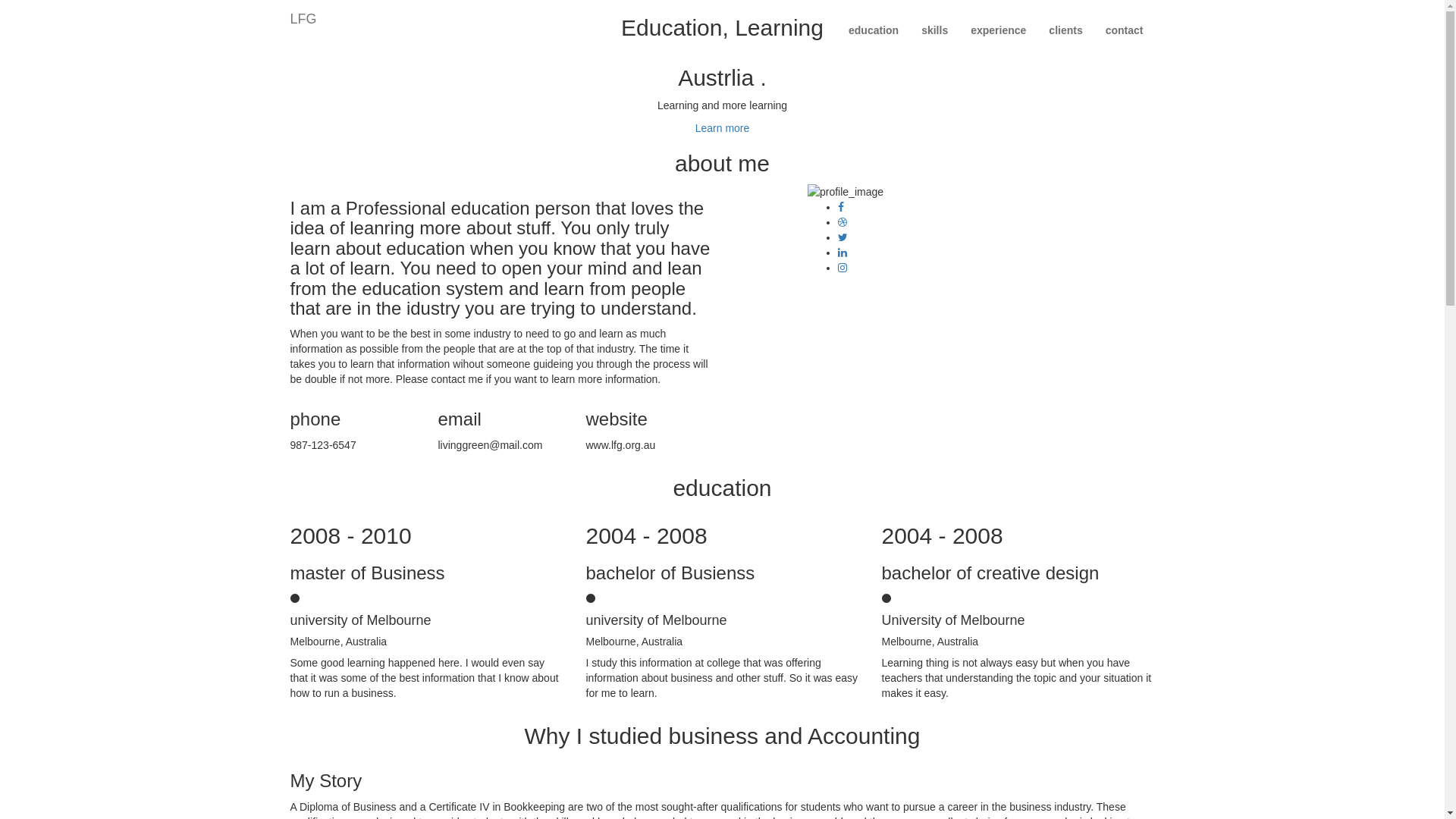 The image size is (1456, 819). I want to click on 'clients', so click(1065, 30).